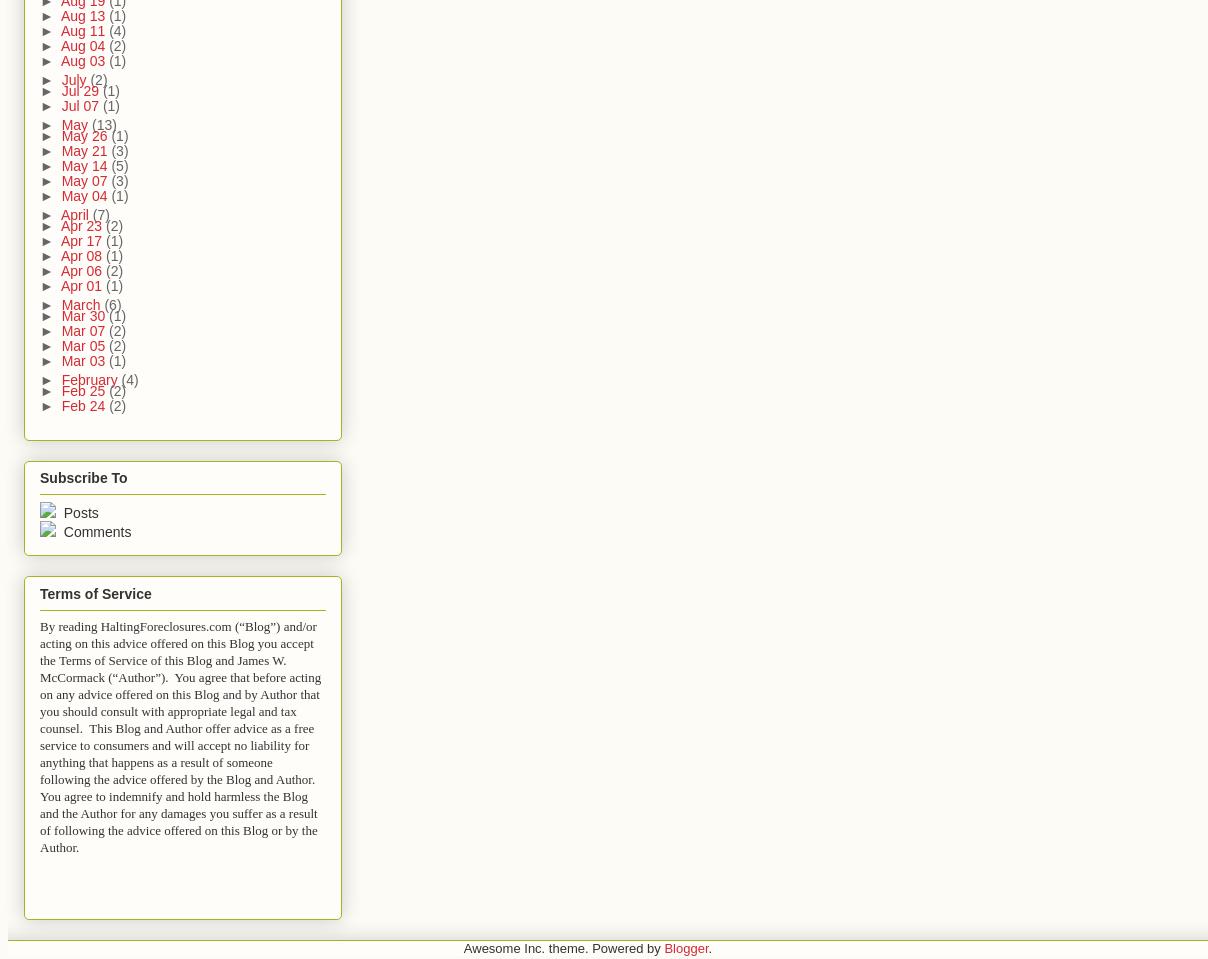  I want to click on 'Mar 05', so click(84, 346).